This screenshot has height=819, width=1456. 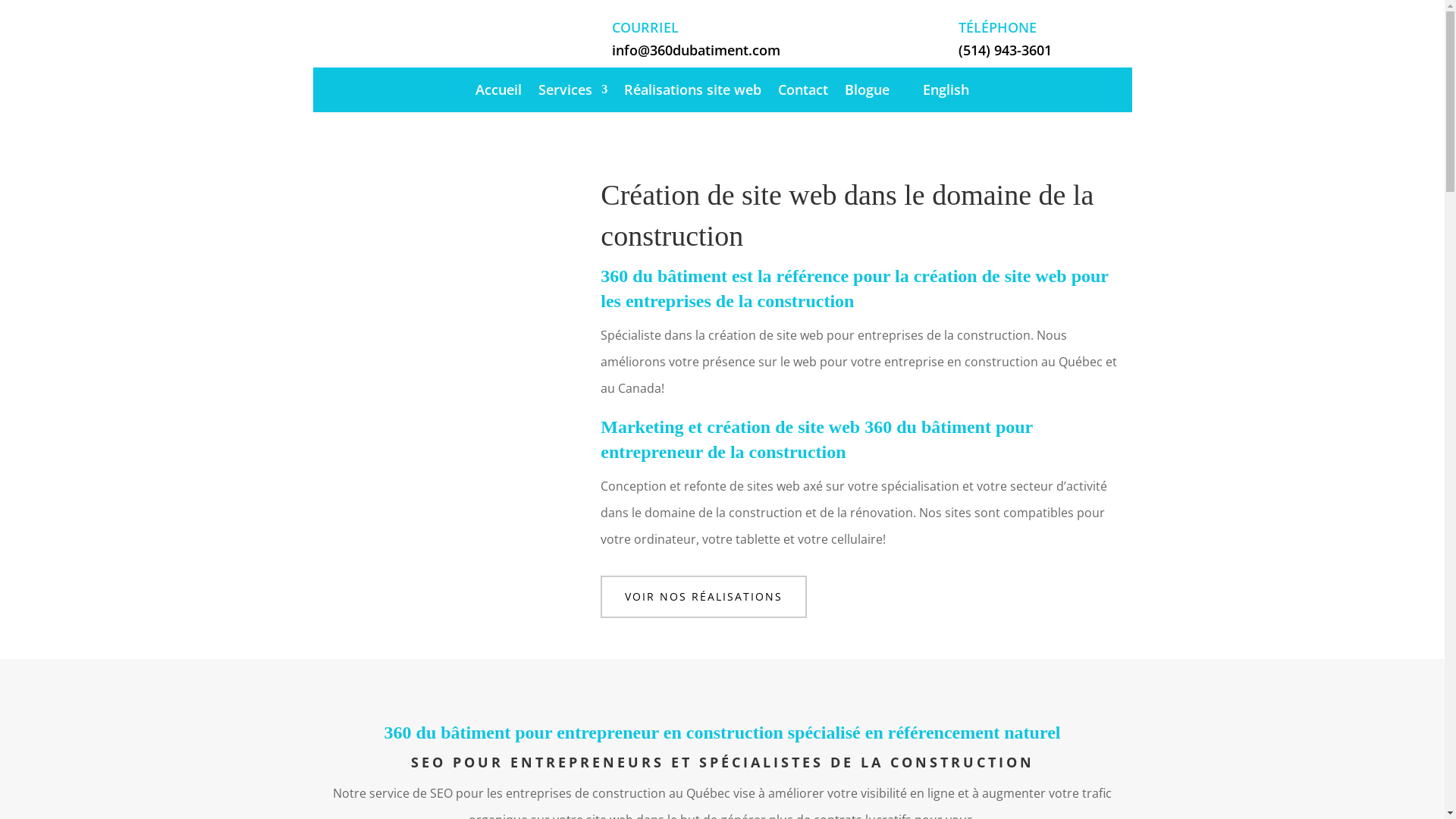 I want to click on 'Blogue', so click(x=867, y=93).